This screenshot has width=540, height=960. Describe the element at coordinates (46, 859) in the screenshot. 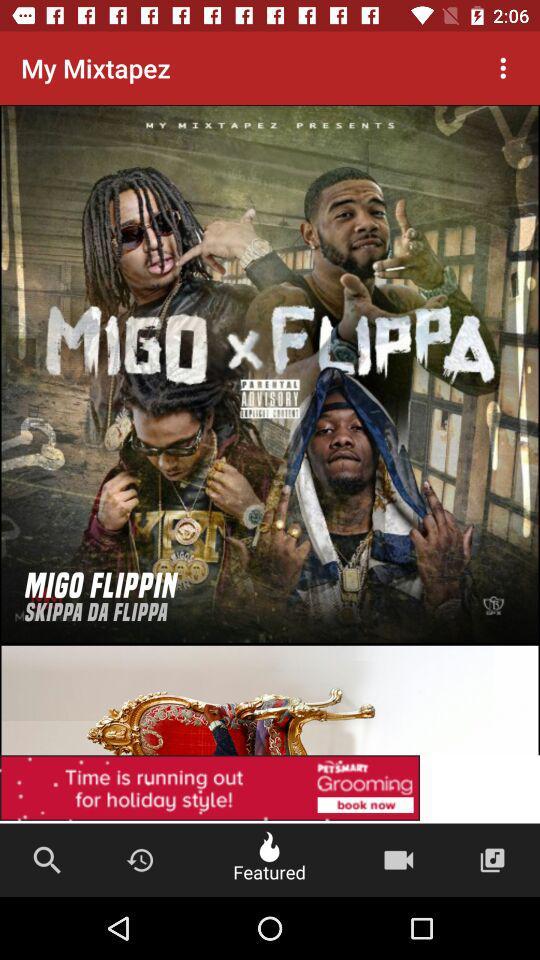

I see `search icon` at that location.